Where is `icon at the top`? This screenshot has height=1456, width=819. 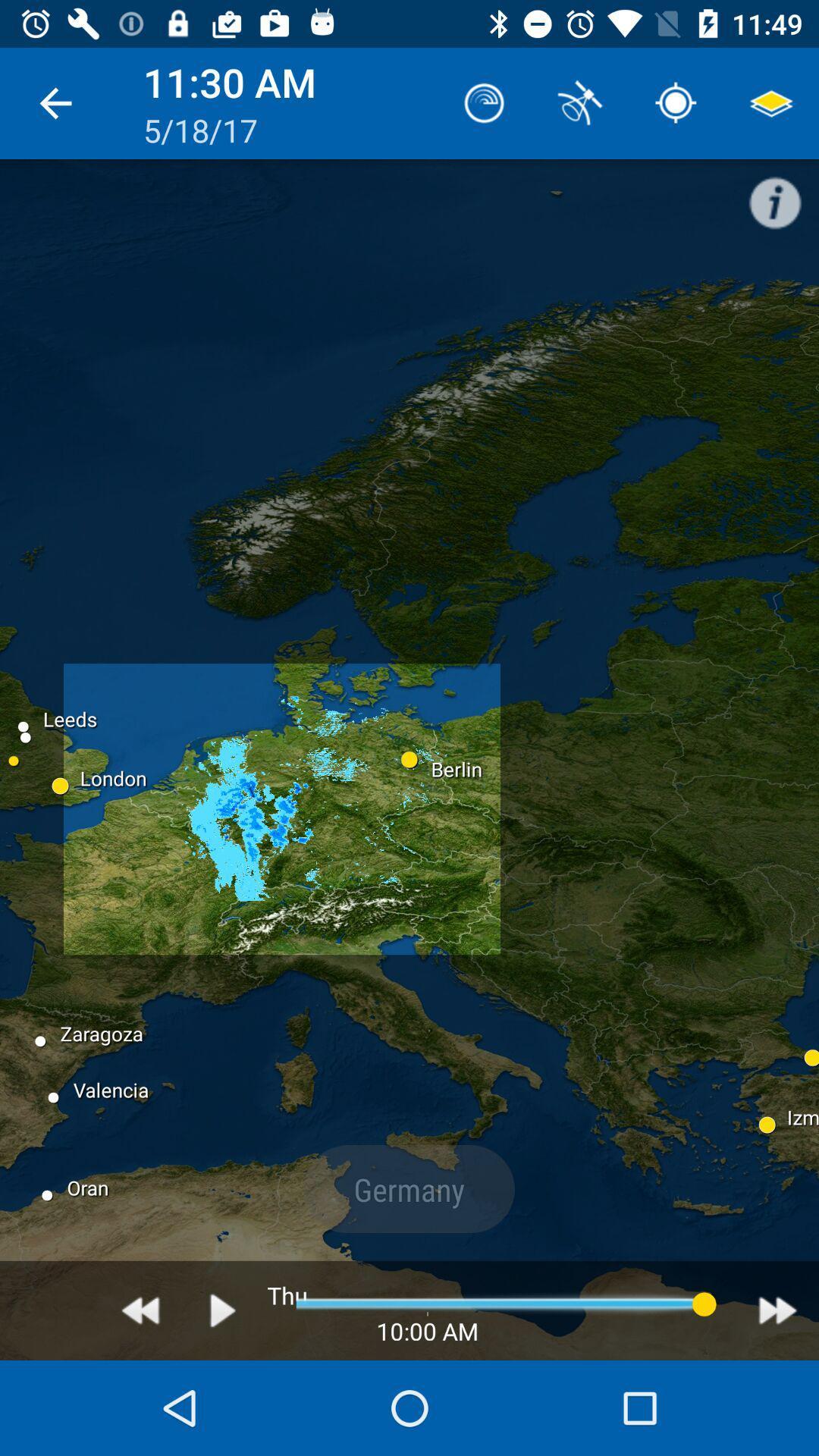 icon at the top is located at coordinates (485, 102).